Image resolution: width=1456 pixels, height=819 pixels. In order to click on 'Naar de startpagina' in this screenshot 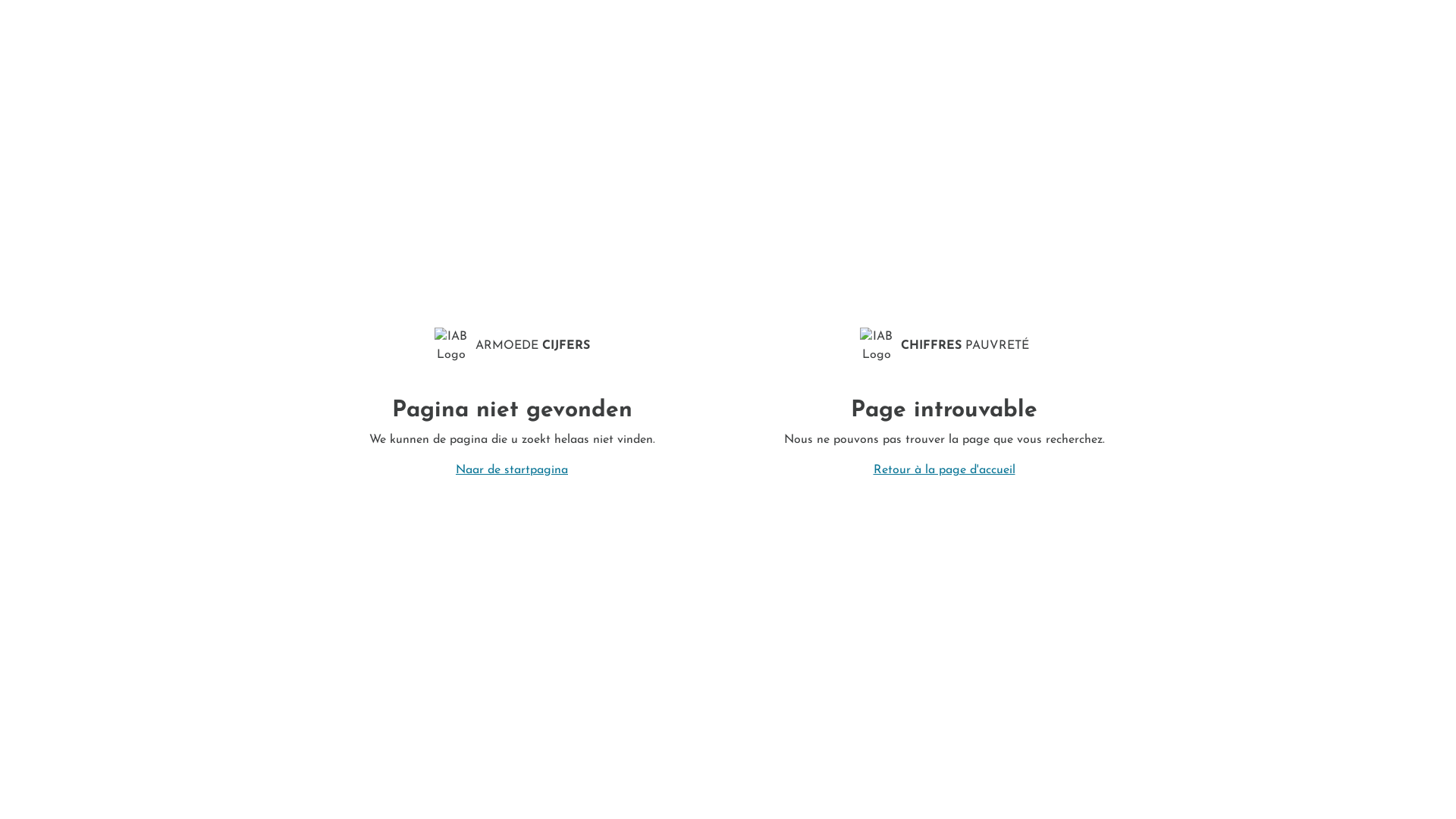, I will do `click(512, 469)`.